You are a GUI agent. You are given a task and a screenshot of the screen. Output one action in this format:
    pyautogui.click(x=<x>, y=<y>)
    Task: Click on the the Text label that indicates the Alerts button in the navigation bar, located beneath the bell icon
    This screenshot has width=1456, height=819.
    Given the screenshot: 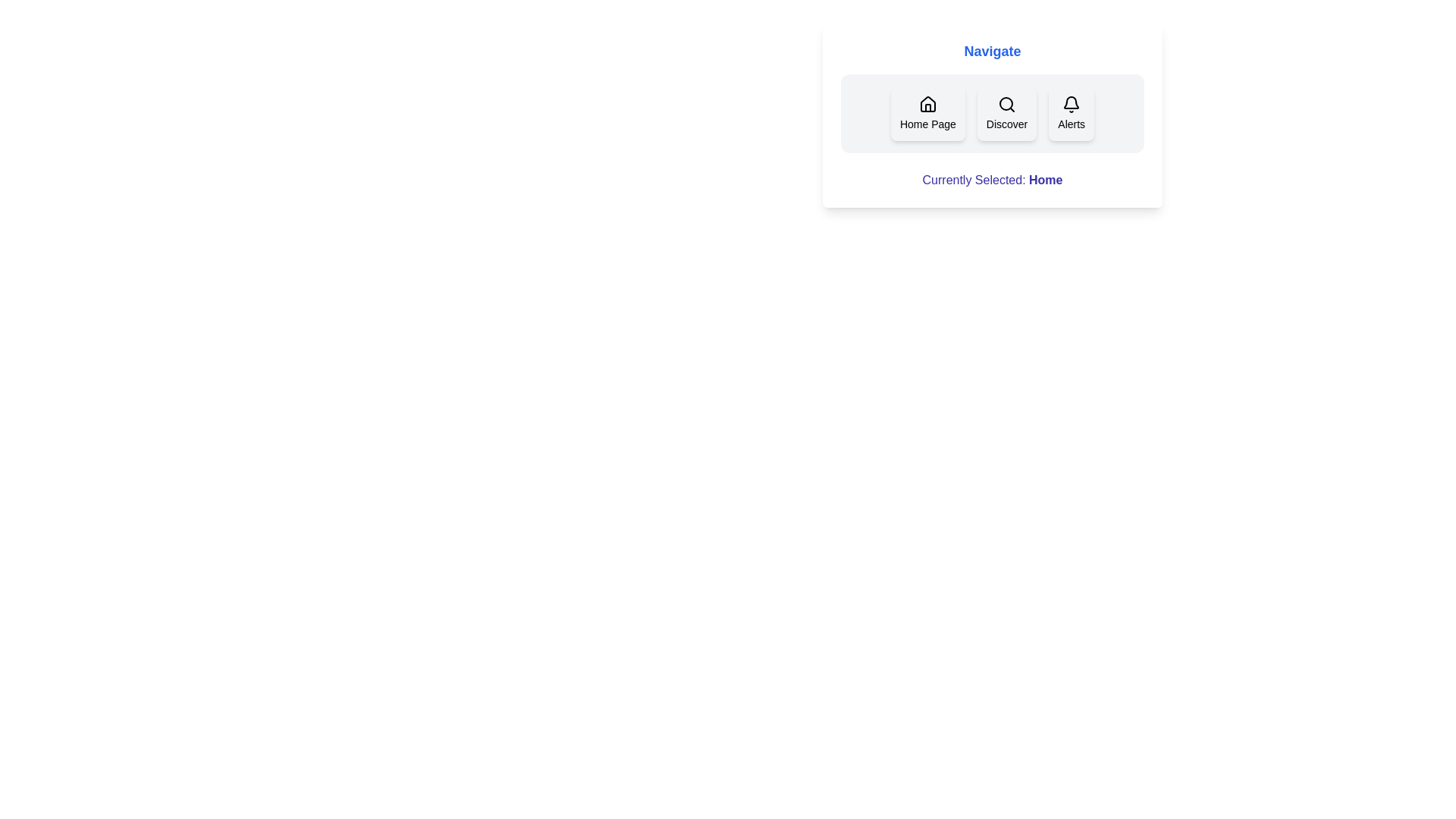 What is the action you would take?
    pyautogui.click(x=1071, y=124)
    